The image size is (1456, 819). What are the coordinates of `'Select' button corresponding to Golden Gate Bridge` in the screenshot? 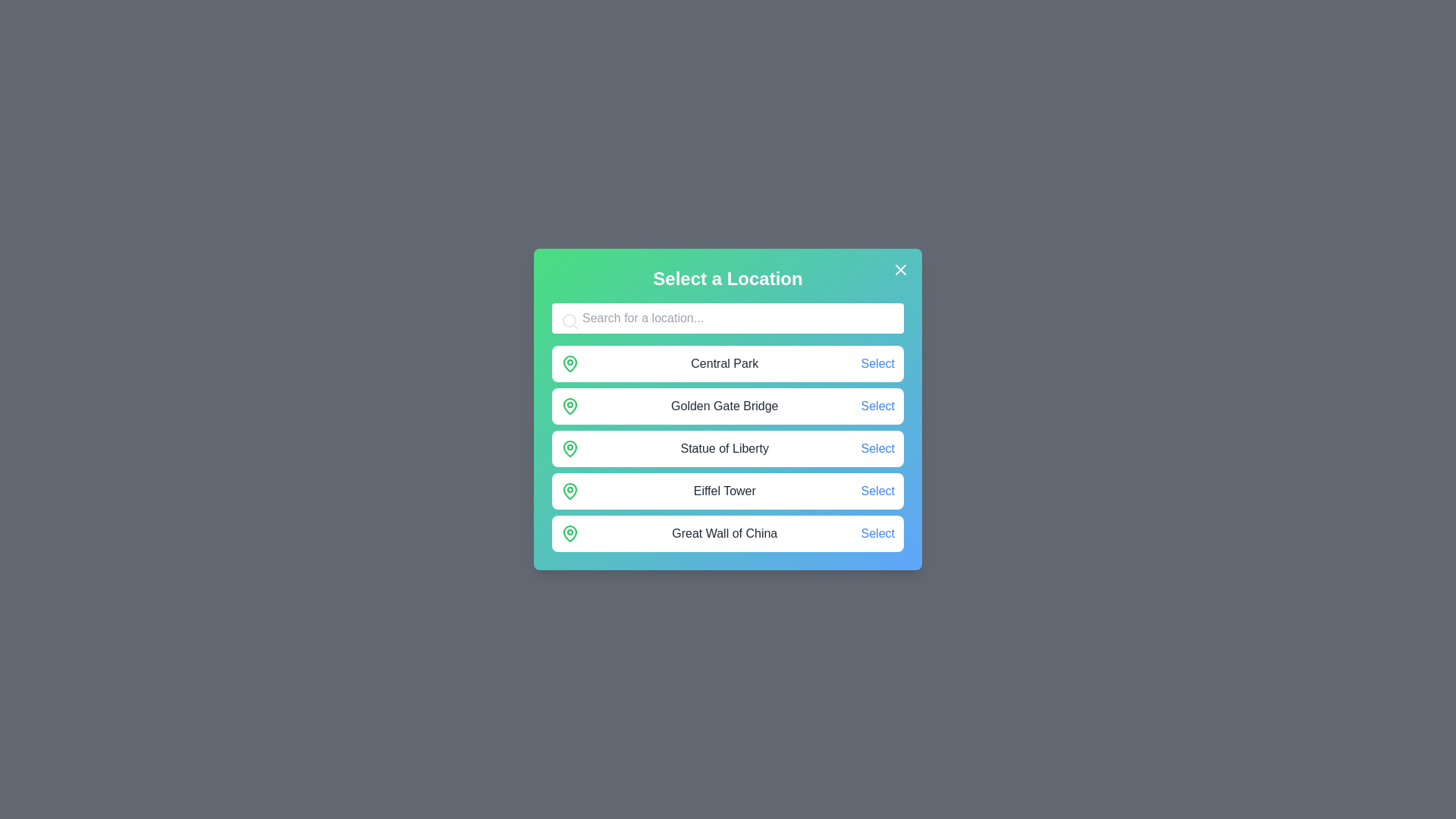 It's located at (877, 406).